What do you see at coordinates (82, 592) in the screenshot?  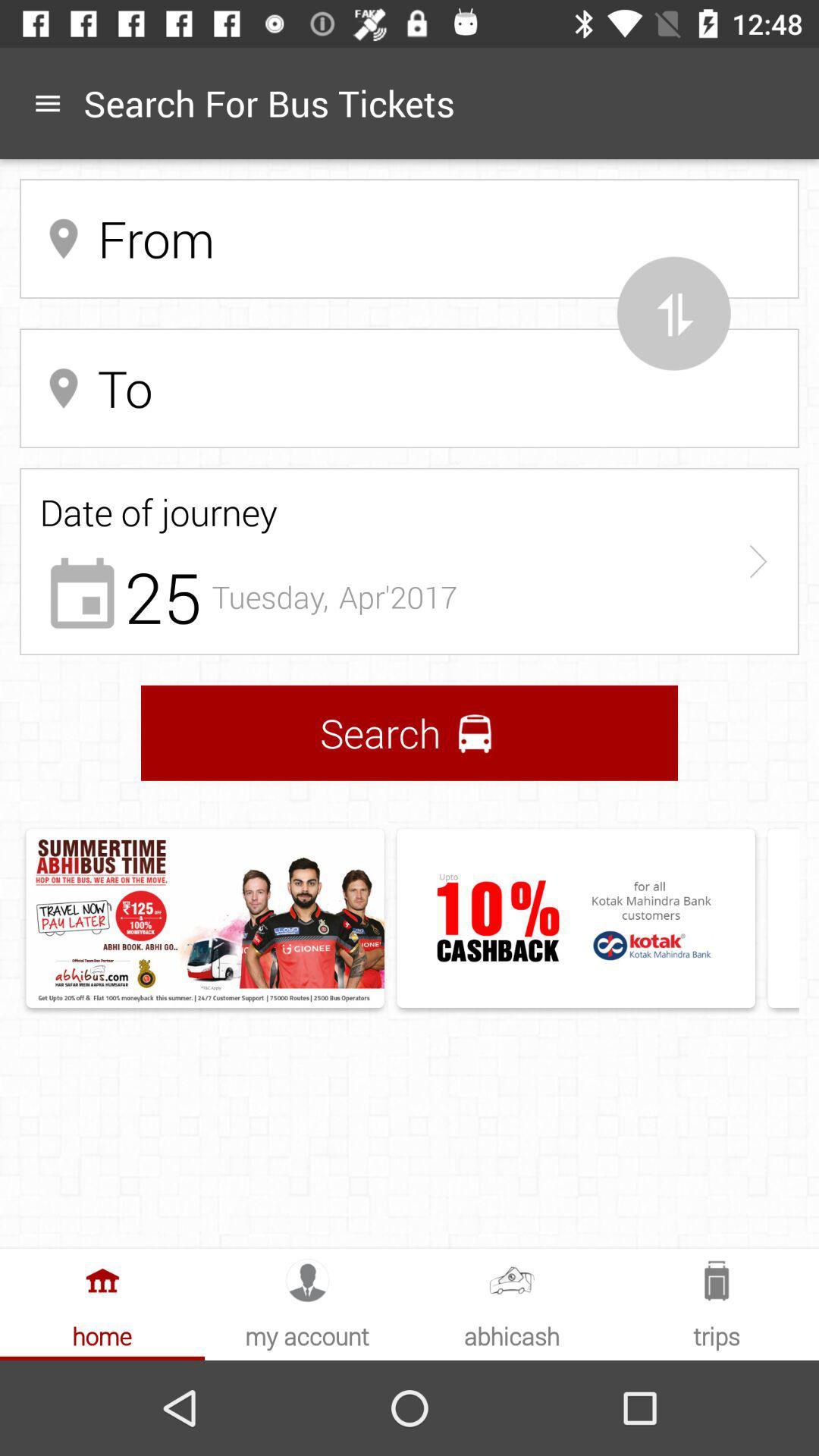 I see `the calender icon which is below the date of journey` at bounding box center [82, 592].